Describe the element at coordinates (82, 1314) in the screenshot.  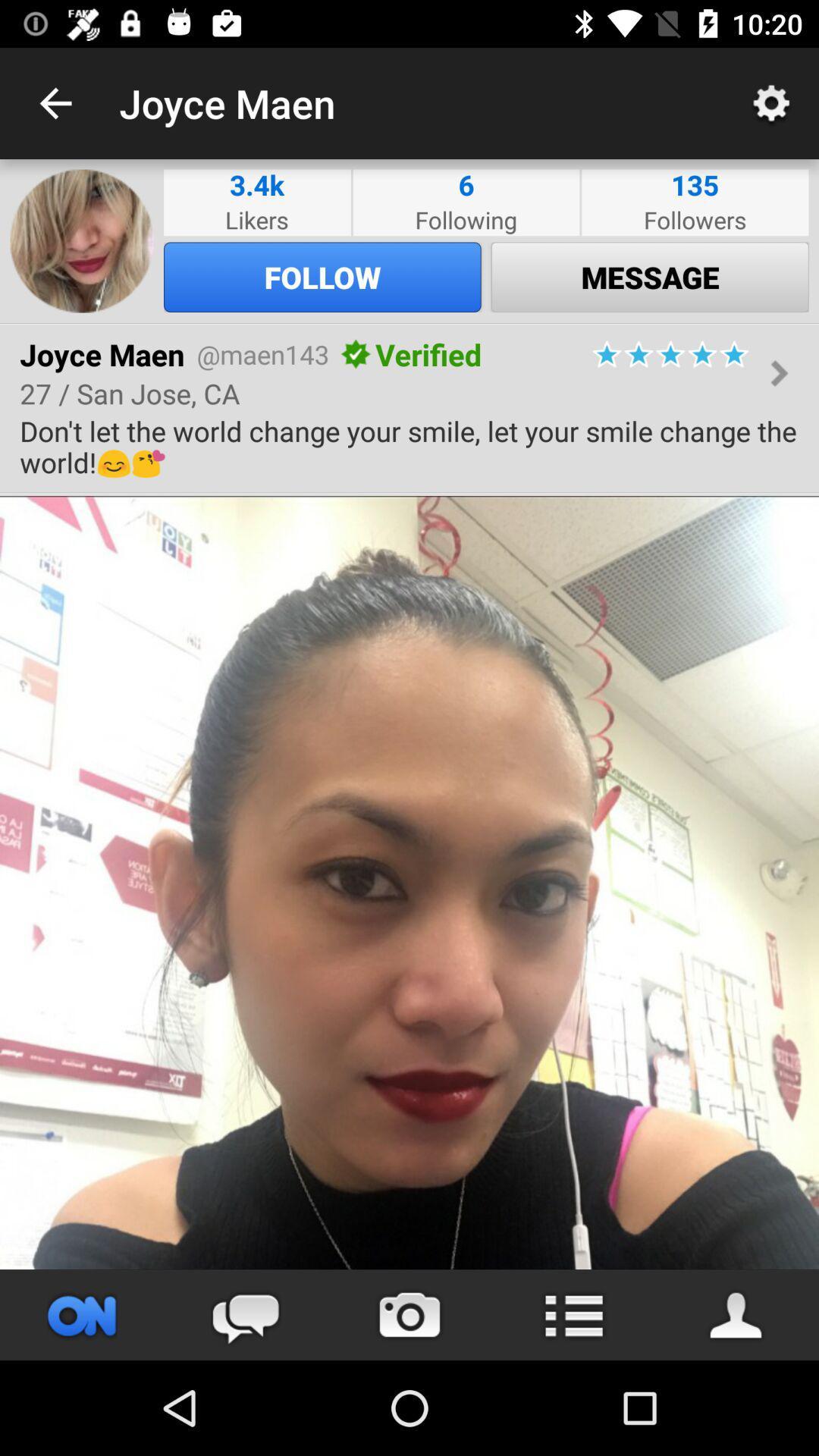
I see `press to broadcast video` at that location.